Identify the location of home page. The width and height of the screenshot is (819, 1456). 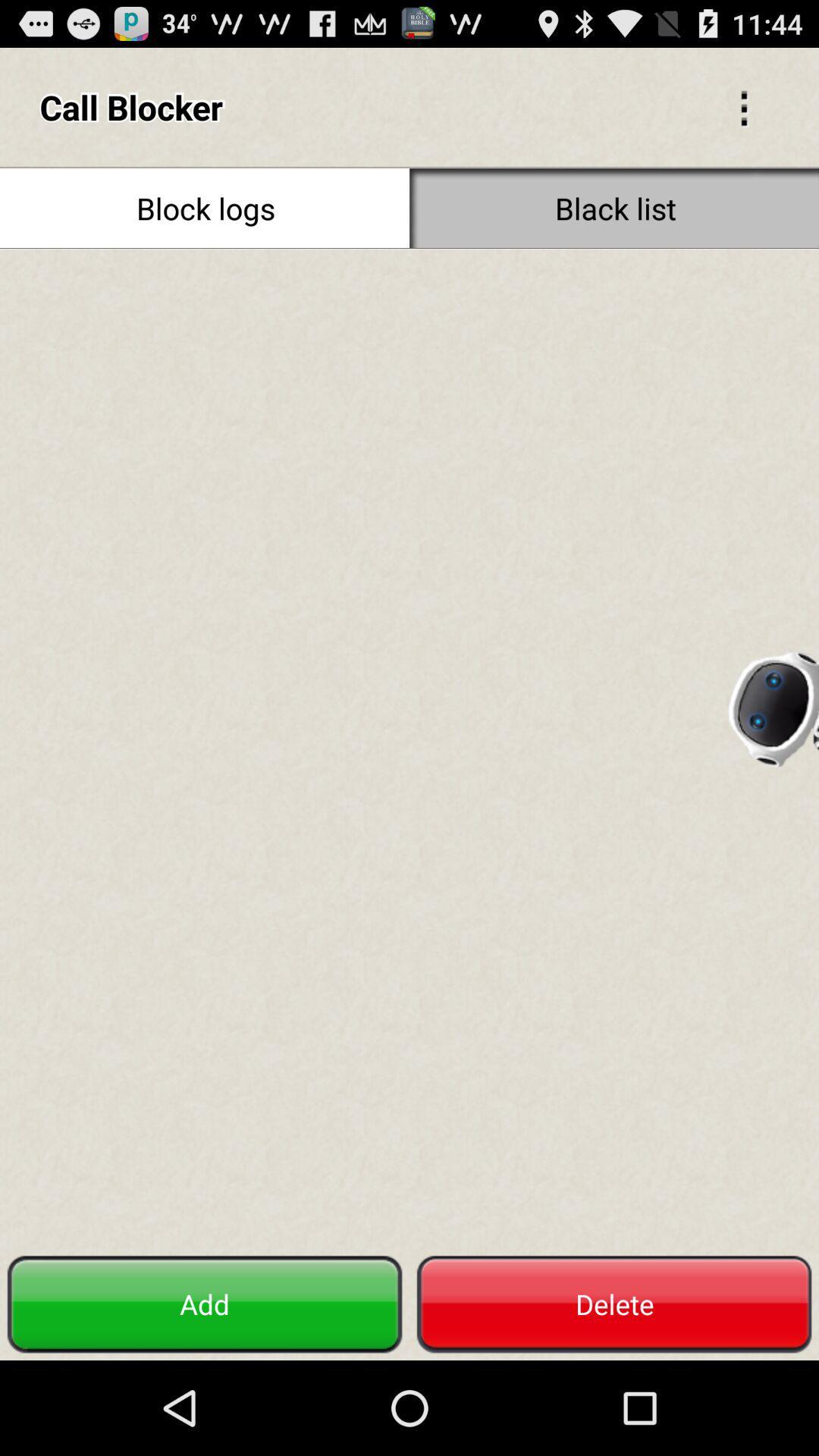
(409, 748).